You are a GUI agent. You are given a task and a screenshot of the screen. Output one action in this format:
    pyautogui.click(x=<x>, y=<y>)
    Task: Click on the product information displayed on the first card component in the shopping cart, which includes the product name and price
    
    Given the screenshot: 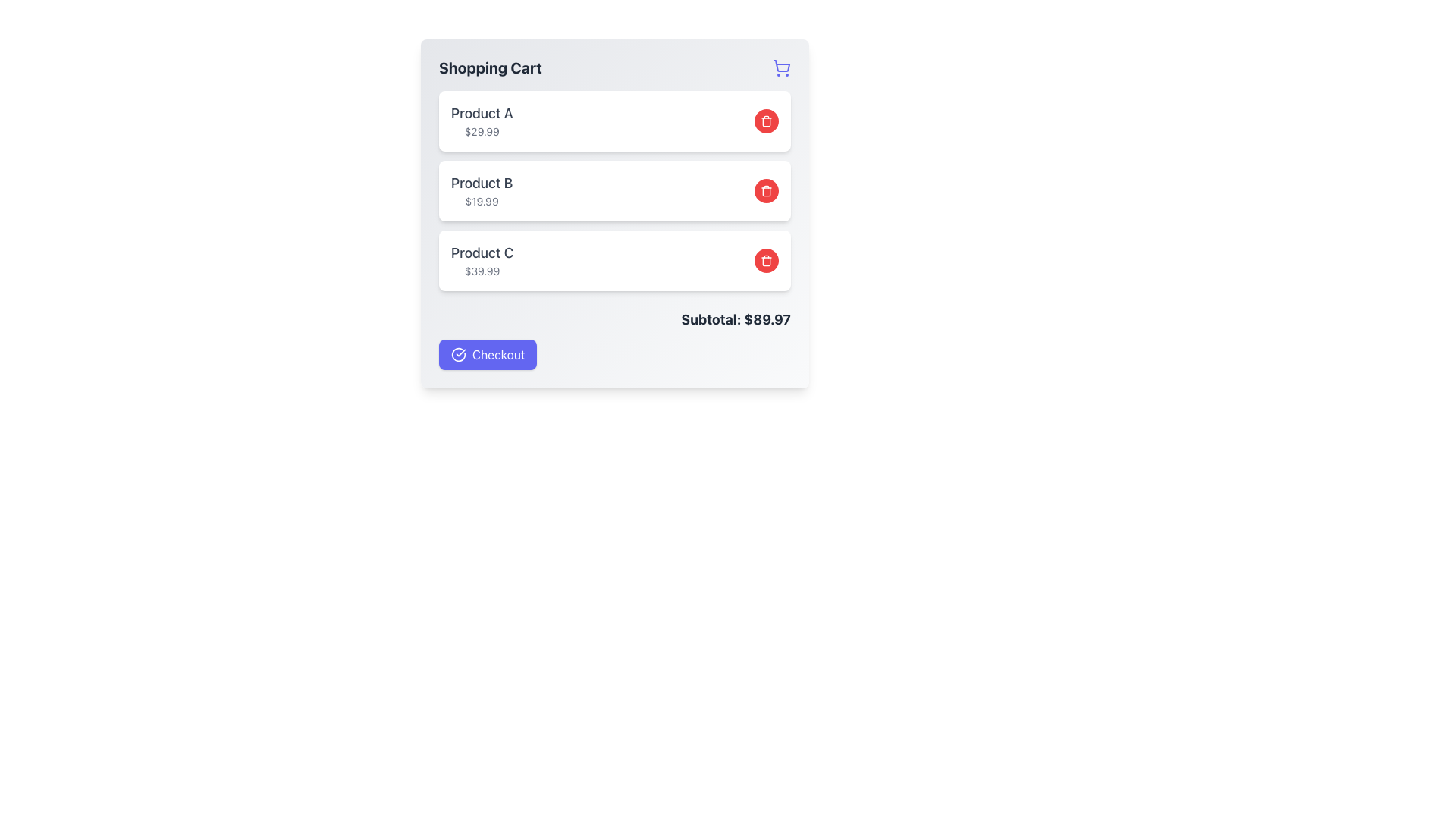 What is the action you would take?
    pyautogui.click(x=615, y=120)
    